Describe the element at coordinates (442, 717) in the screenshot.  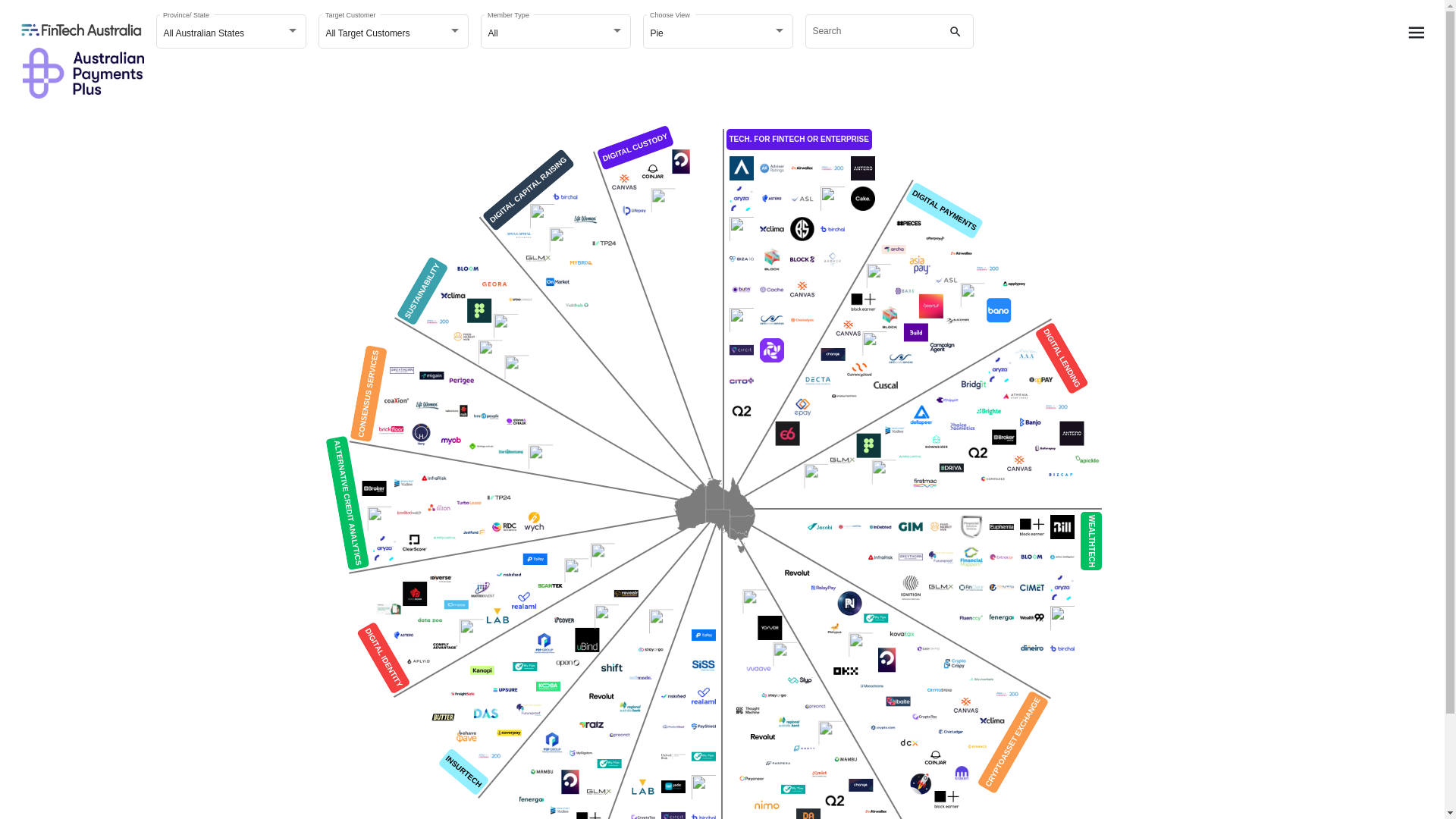
I see `'Butter Insurance'` at that location.